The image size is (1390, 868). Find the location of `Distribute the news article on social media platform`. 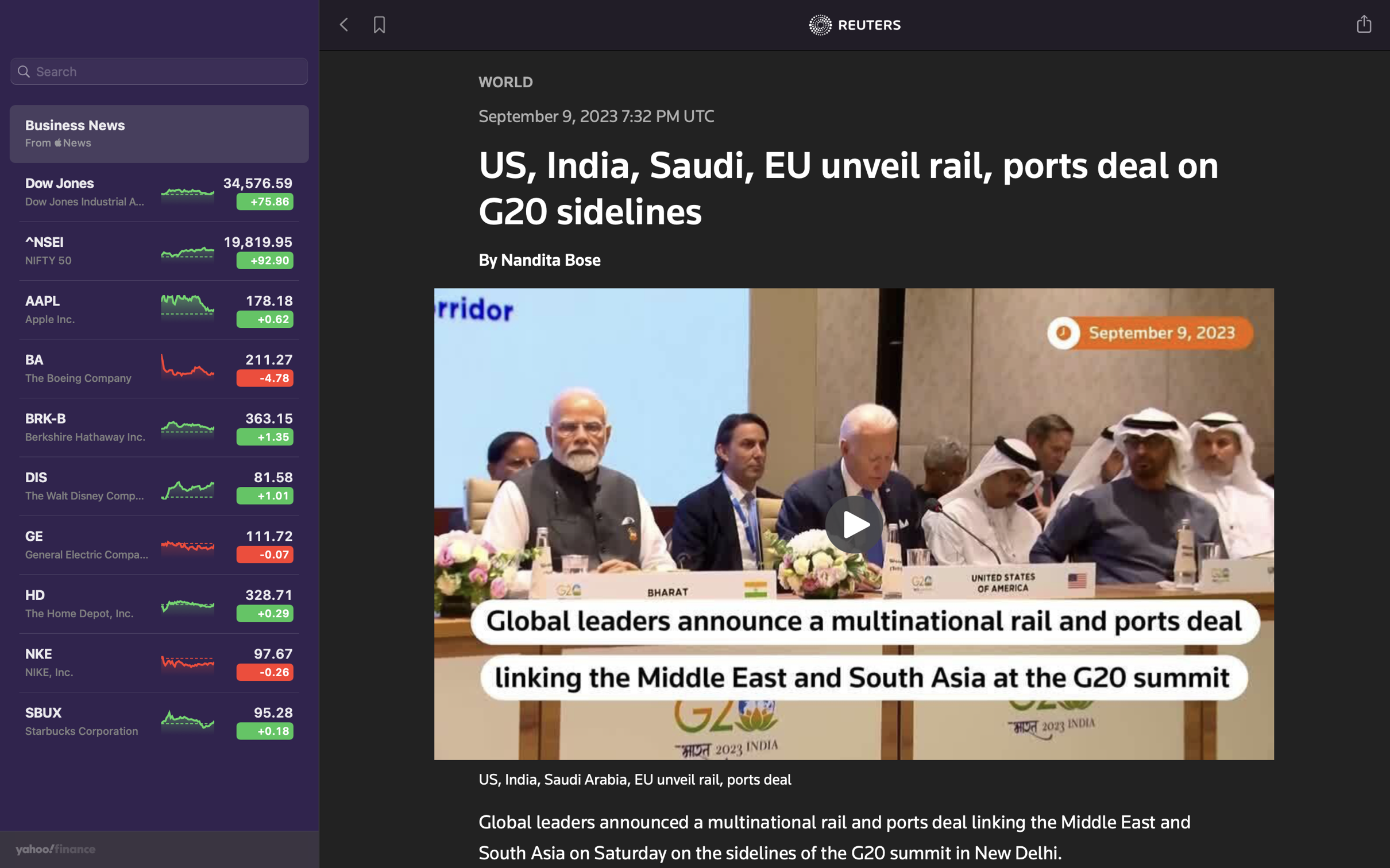

Distribute the news article on social media platform is located at coordinates (1365, 22).